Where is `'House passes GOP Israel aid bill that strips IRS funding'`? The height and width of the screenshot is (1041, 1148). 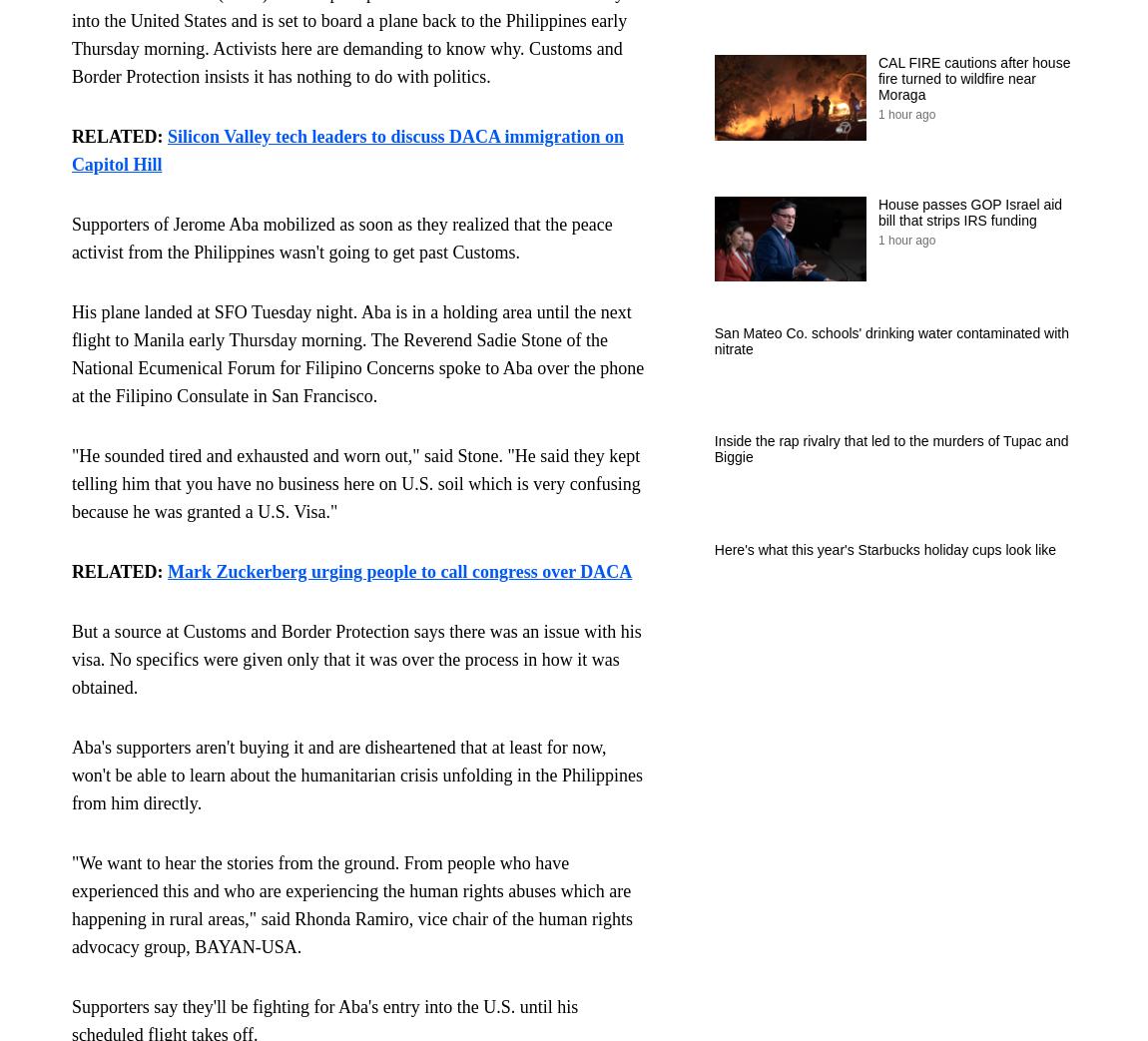
'House passes GOP Israel aid bill that strips IRS funding' is located at coordinates (969, 211).